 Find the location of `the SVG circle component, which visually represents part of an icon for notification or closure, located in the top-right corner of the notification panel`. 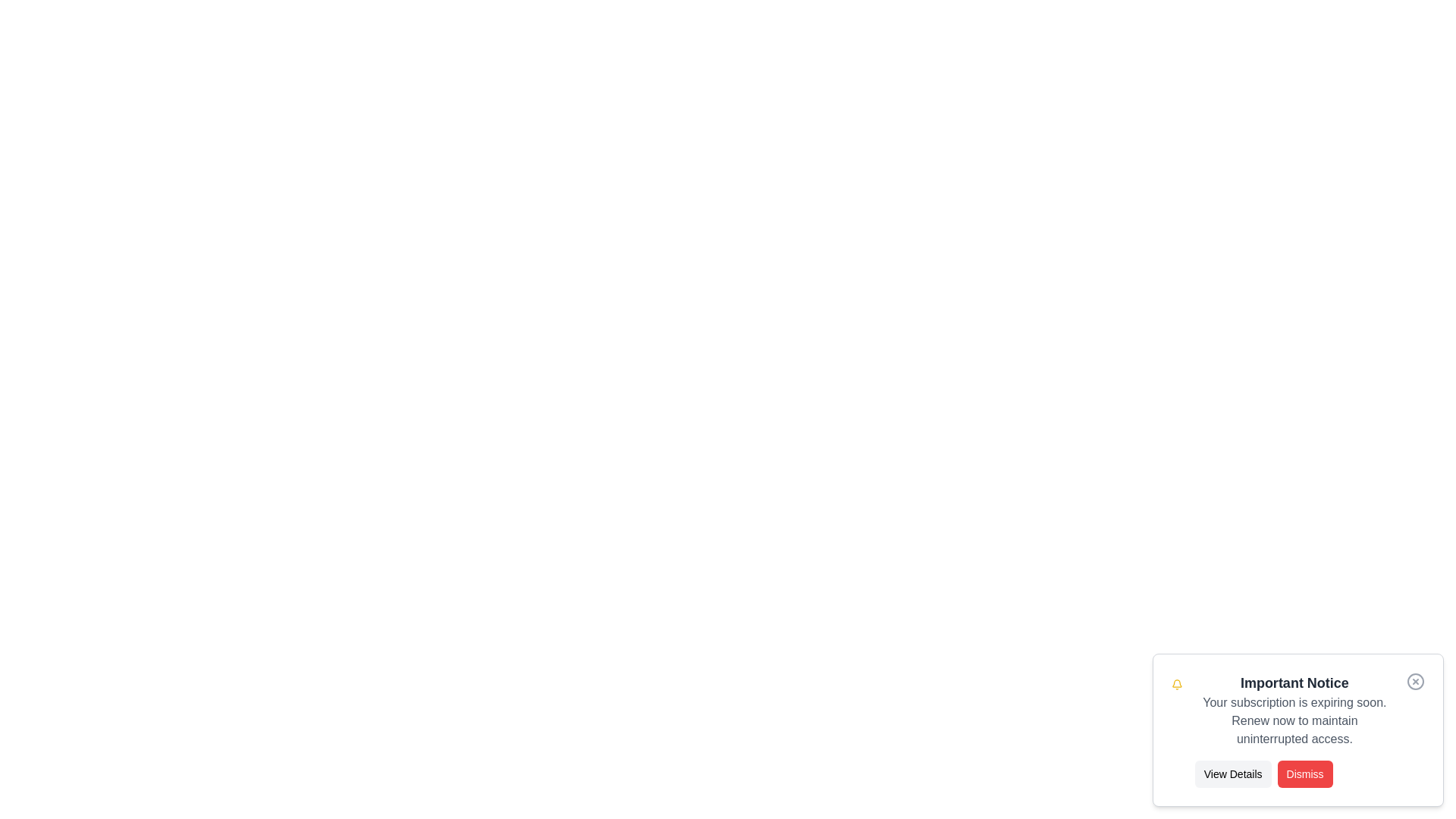

the SVG circle component, which visually represents part of an icon for notification or closure, located in the top-right corner of the notification panel is located at coordinates (1415, 680).